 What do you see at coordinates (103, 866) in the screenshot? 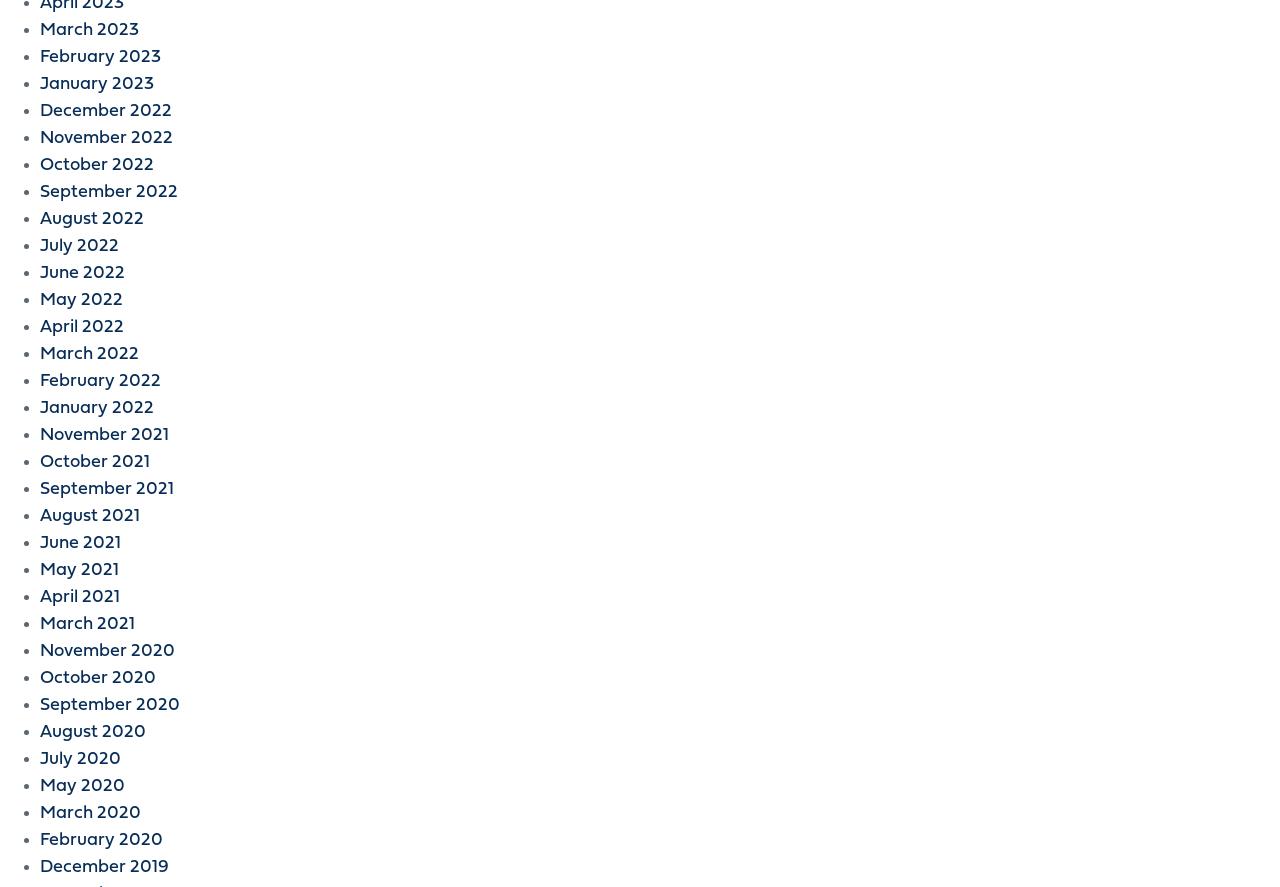
I see `'December 2019'` at bounding box center [103, 866].